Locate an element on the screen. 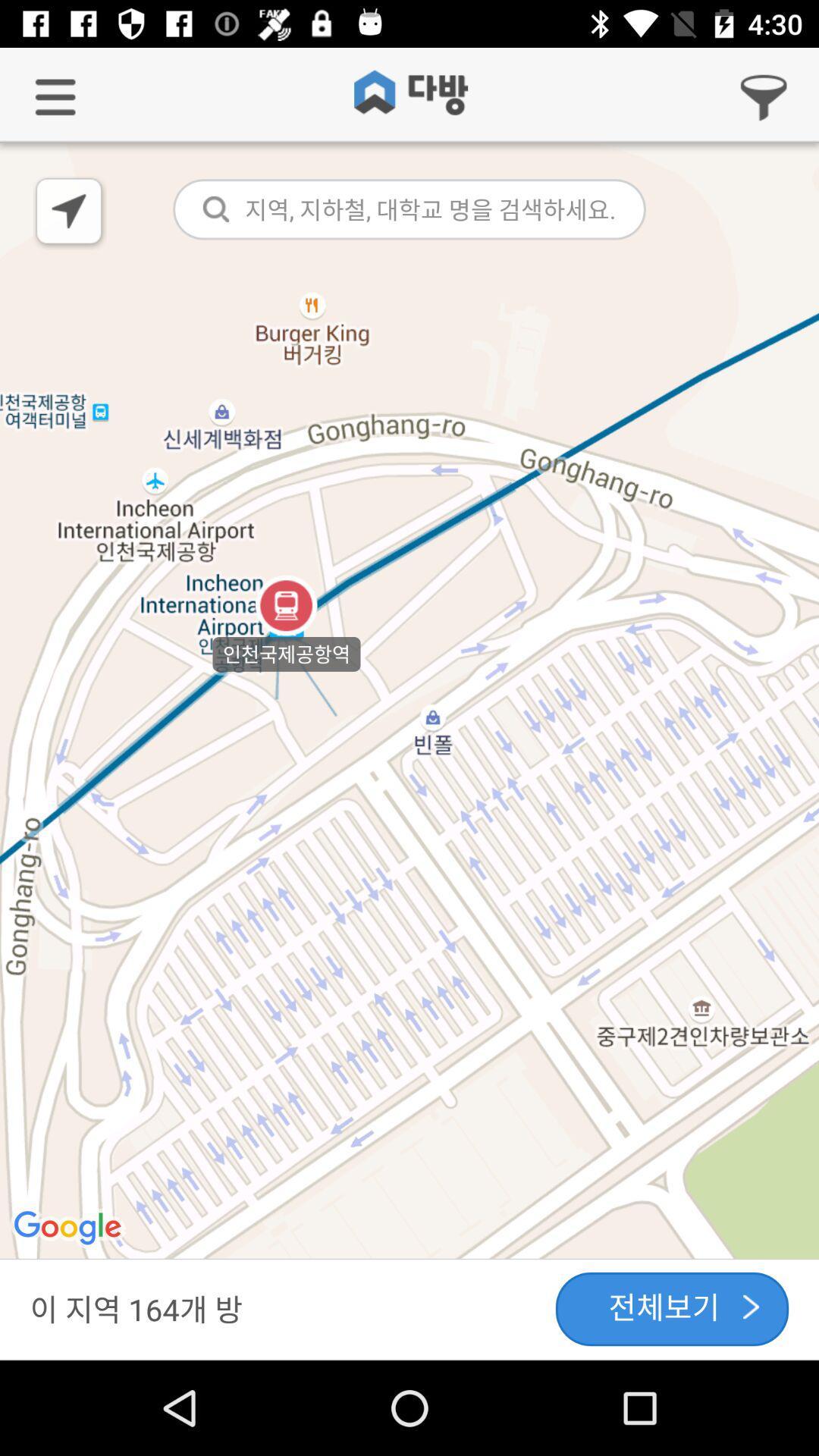 This screenshot has height=1456, width=819. the navigation icon is located at coordinates (70, 212).